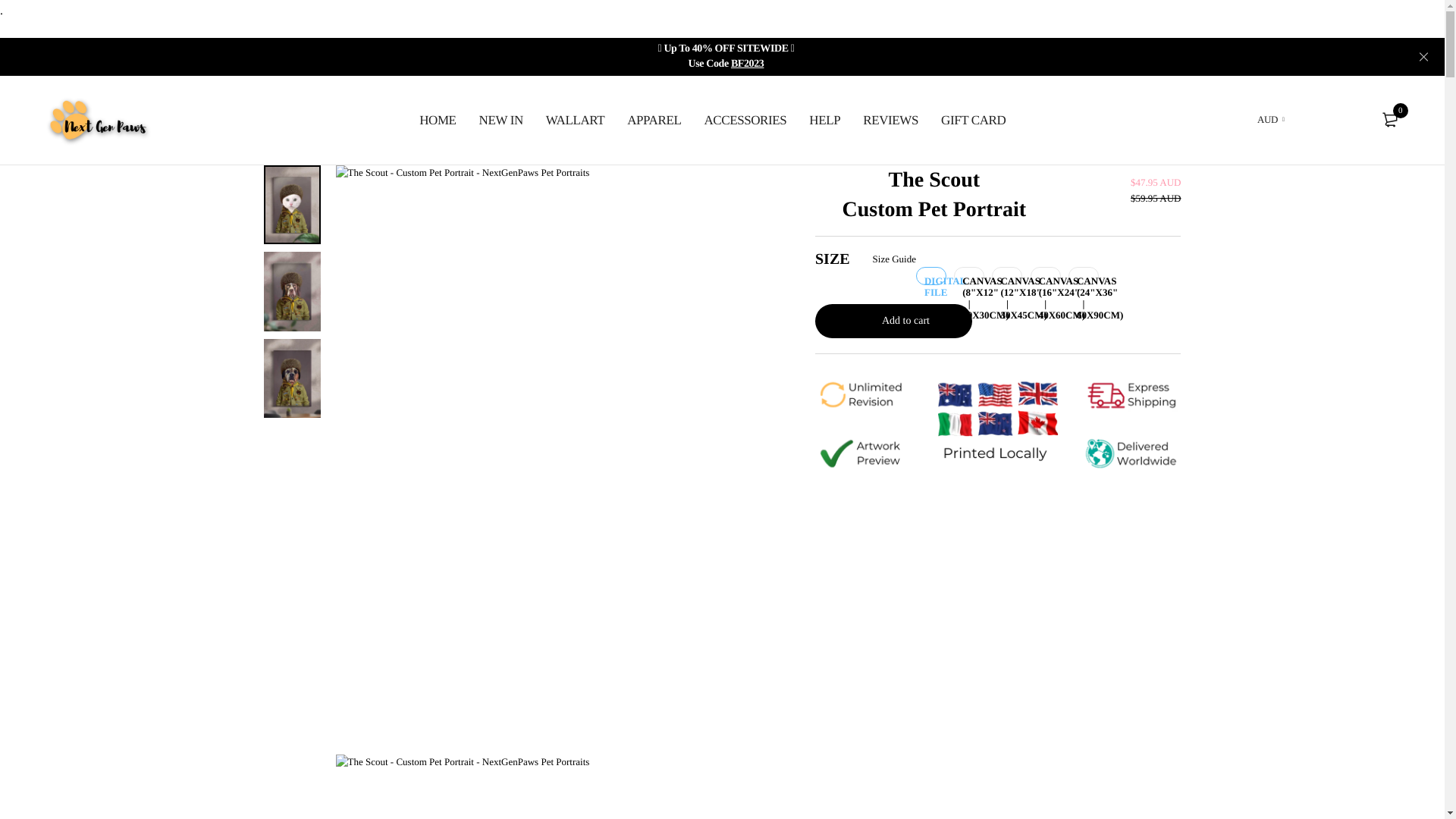  What do you see at coordinates (973, 119) in the screenshot?
I see `'GIFT CARD'` at bounding box center [973, 119].